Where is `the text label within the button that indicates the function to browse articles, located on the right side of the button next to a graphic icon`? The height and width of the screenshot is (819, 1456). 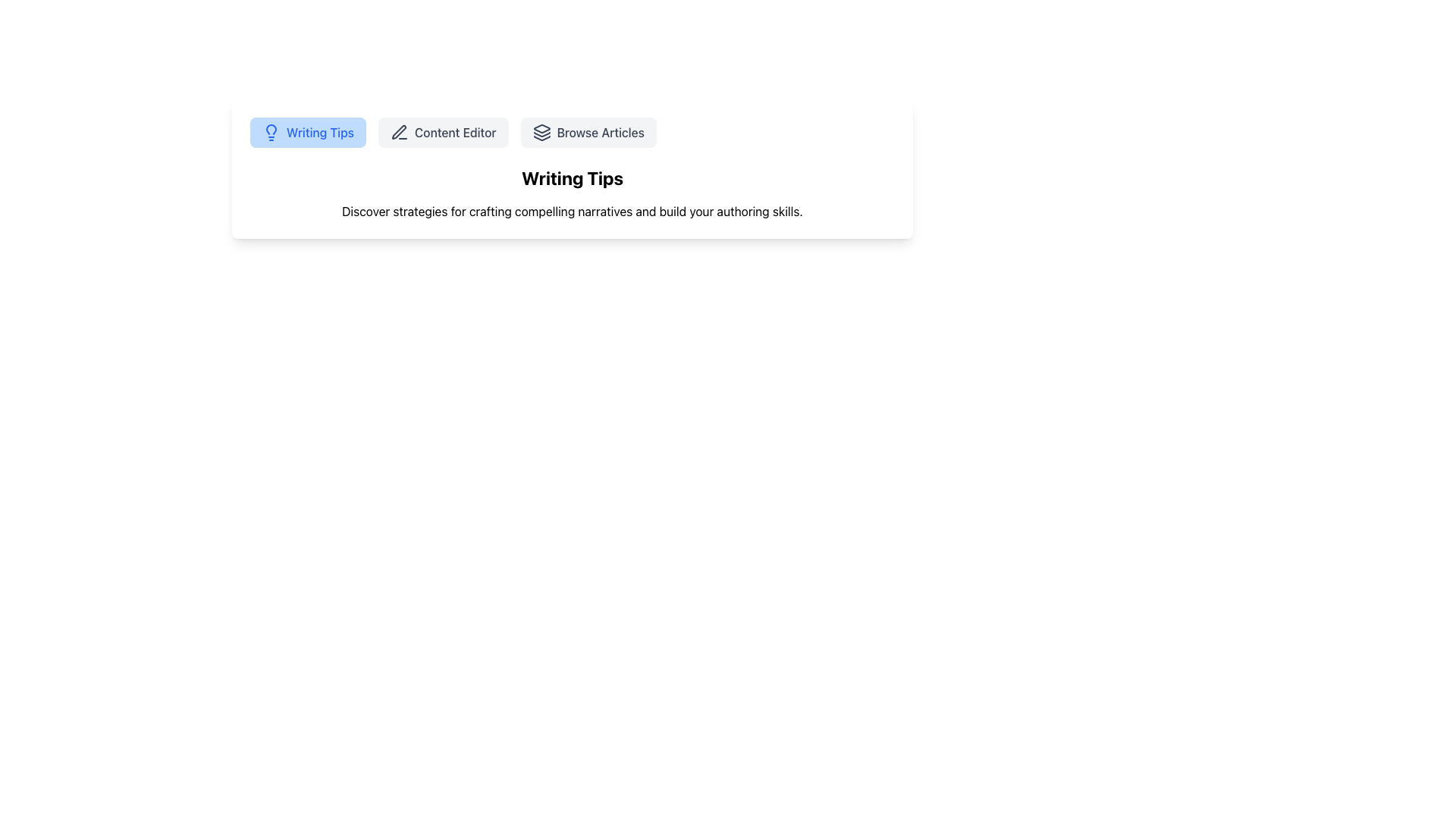 the text label within the button that indicates the function to browse articles, located on the right side of the button next to a graphic icon is located at coordinates (600, 131).